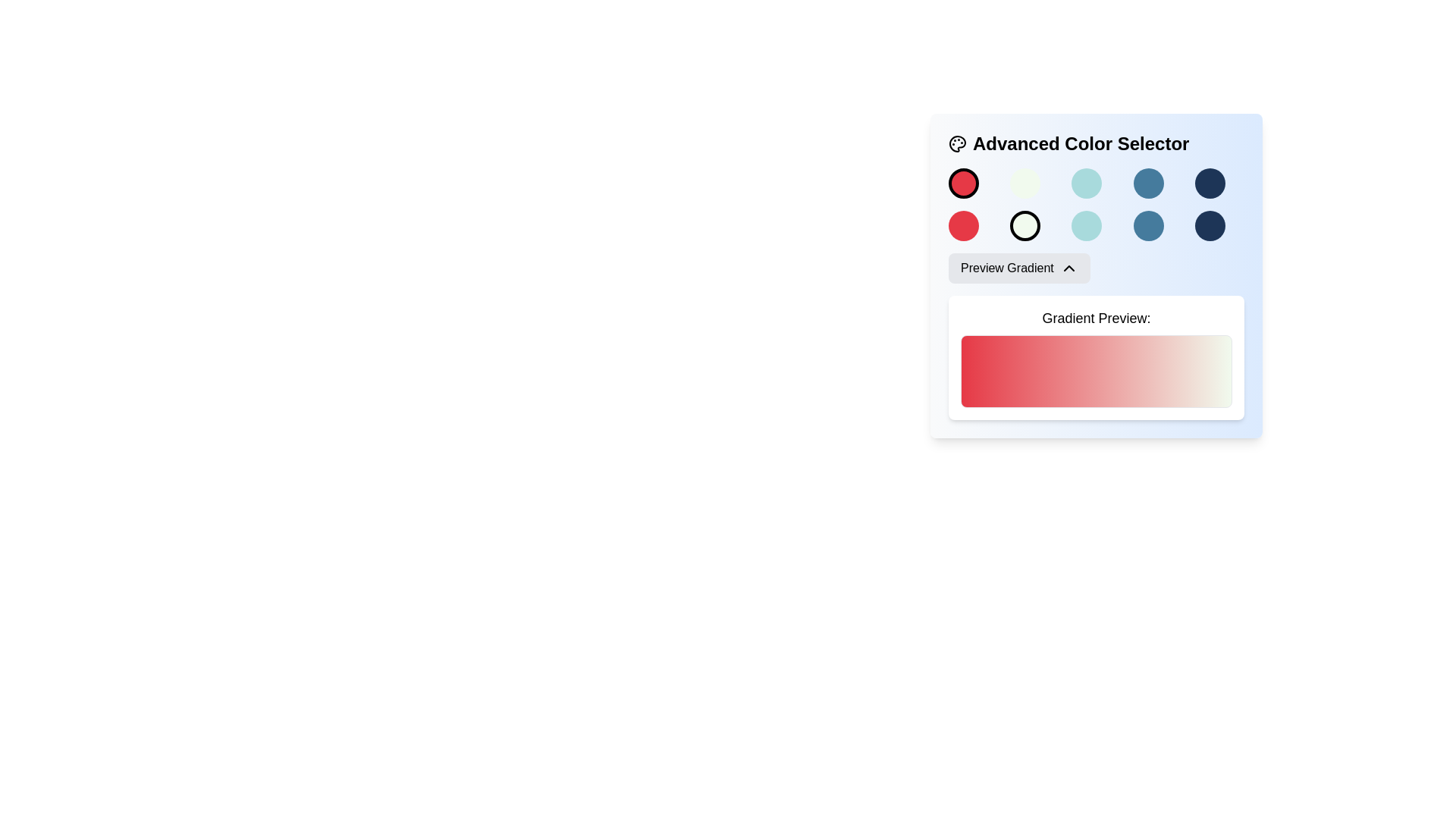  Describe the element at coordinates (1096, 318) in the screenshot. I see `the header text labeled 'Gradient Preview:', which is styled with medium font size and bold emphasis, positioned above the gradient preview box` at that location.